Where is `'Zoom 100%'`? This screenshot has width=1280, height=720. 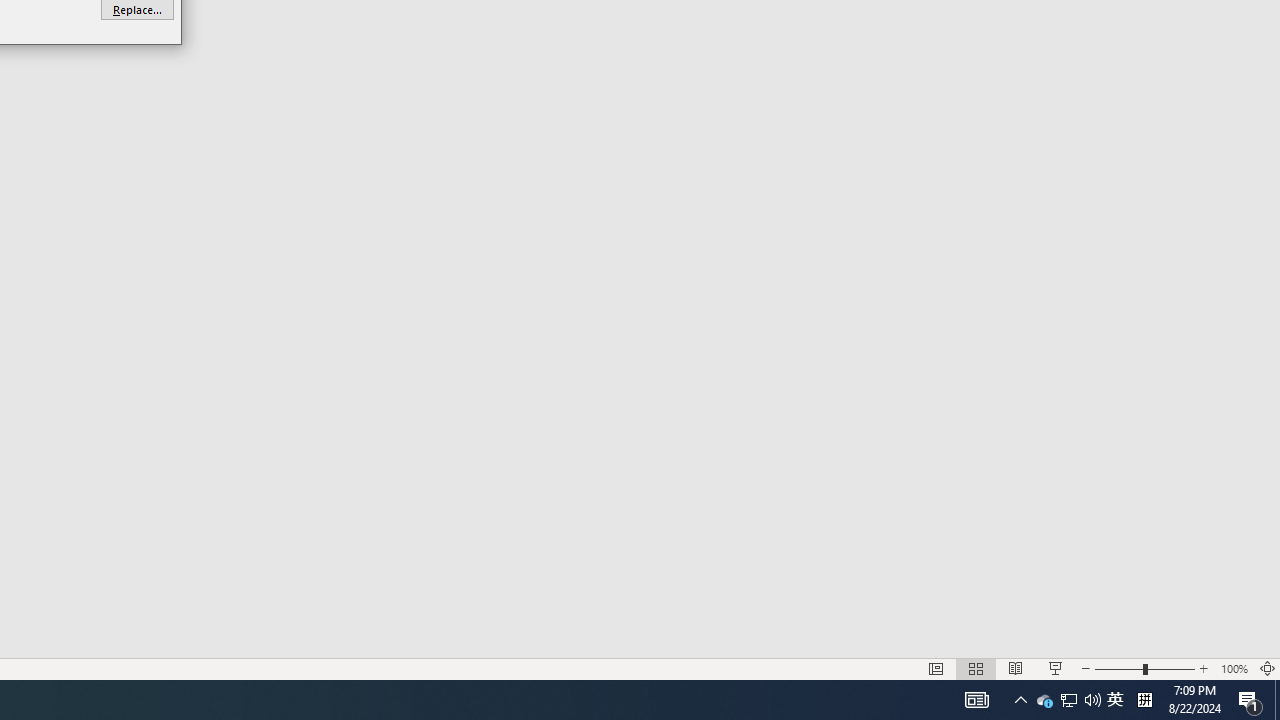 'Zoom 100%' is located at coordinates (1250, 698).